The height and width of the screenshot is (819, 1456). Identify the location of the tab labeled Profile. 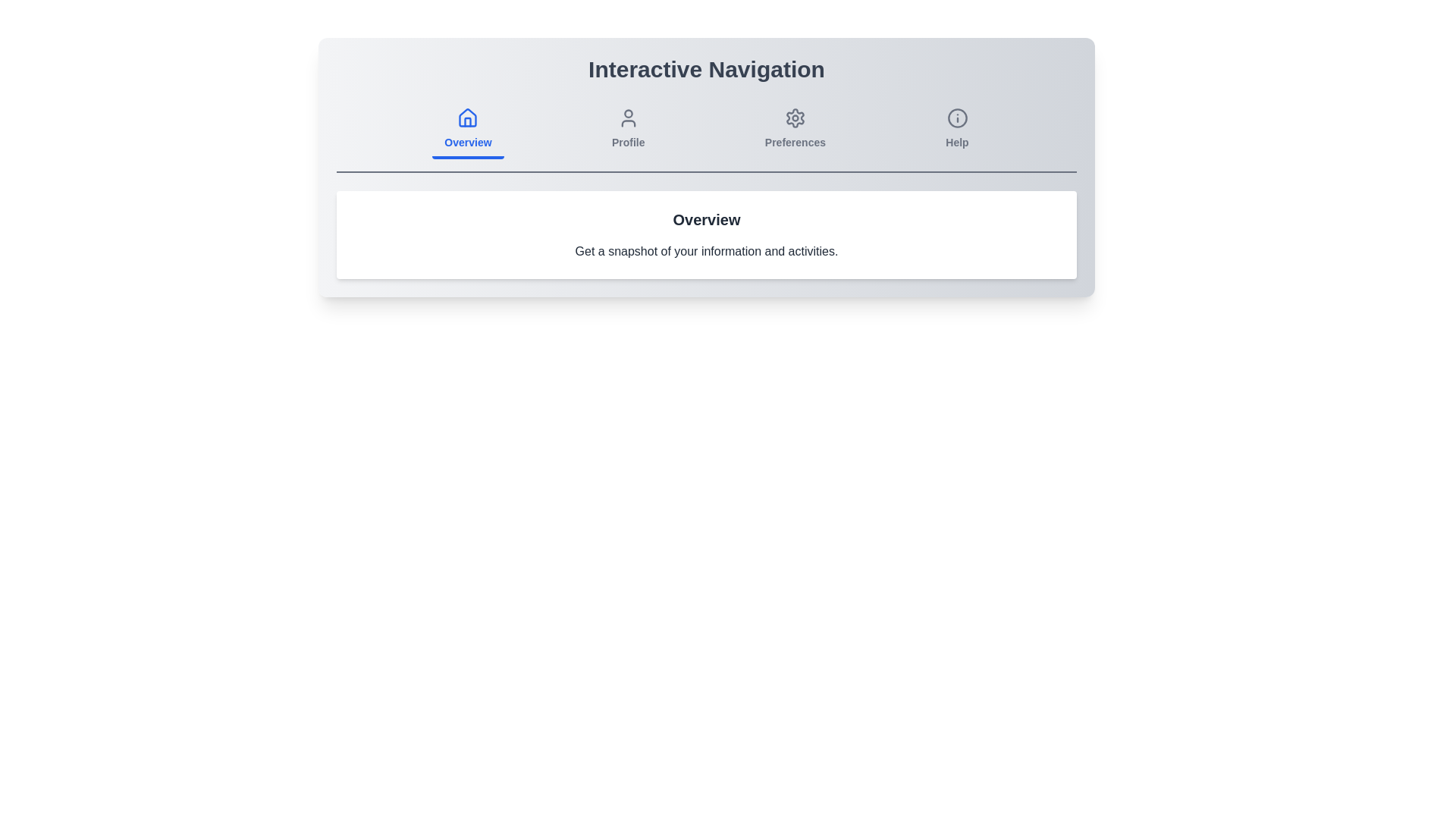
(629, 130).